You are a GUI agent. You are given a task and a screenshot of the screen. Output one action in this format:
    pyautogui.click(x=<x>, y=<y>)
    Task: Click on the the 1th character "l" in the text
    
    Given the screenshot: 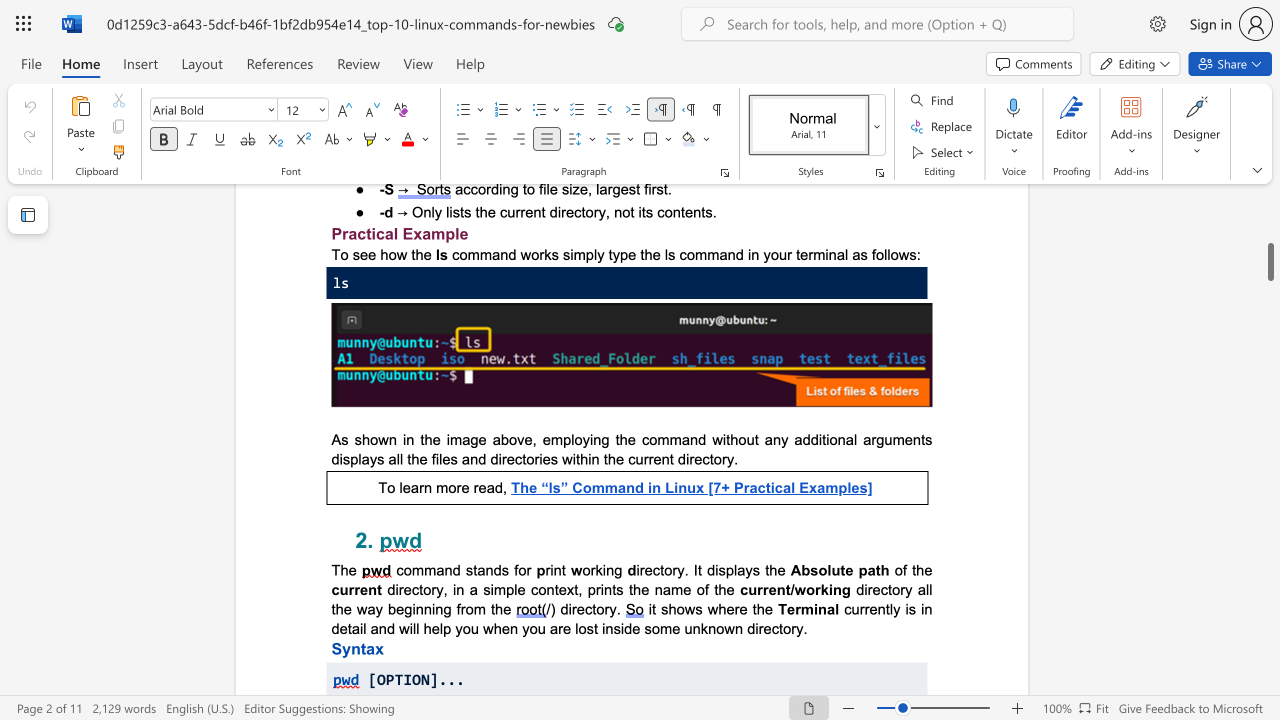 What is the action you would take?
    pyautogui.click(x=855, y=438)
    